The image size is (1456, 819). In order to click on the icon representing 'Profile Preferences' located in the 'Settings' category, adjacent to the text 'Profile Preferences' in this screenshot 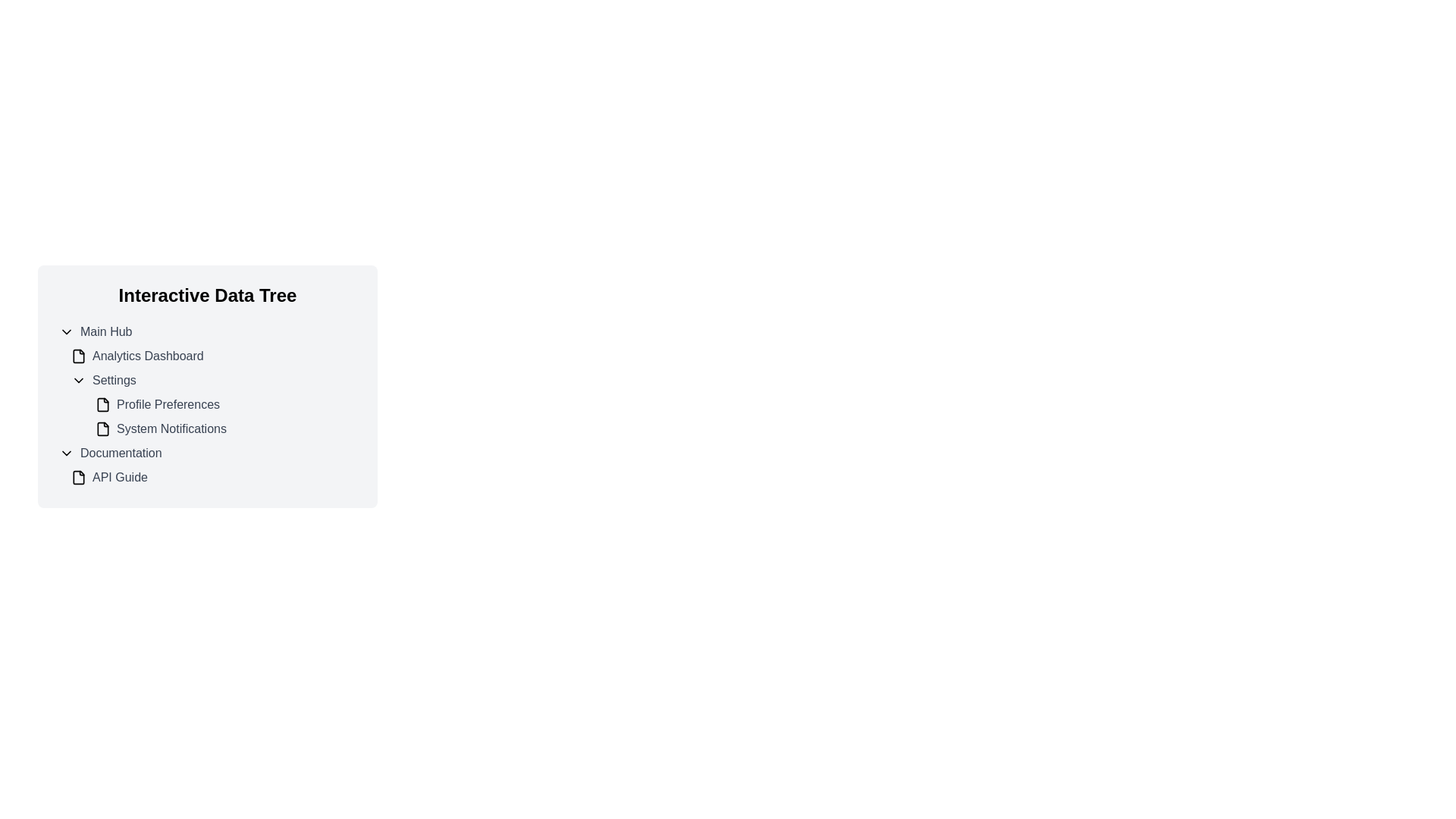, I will do `click(102, 403)`.